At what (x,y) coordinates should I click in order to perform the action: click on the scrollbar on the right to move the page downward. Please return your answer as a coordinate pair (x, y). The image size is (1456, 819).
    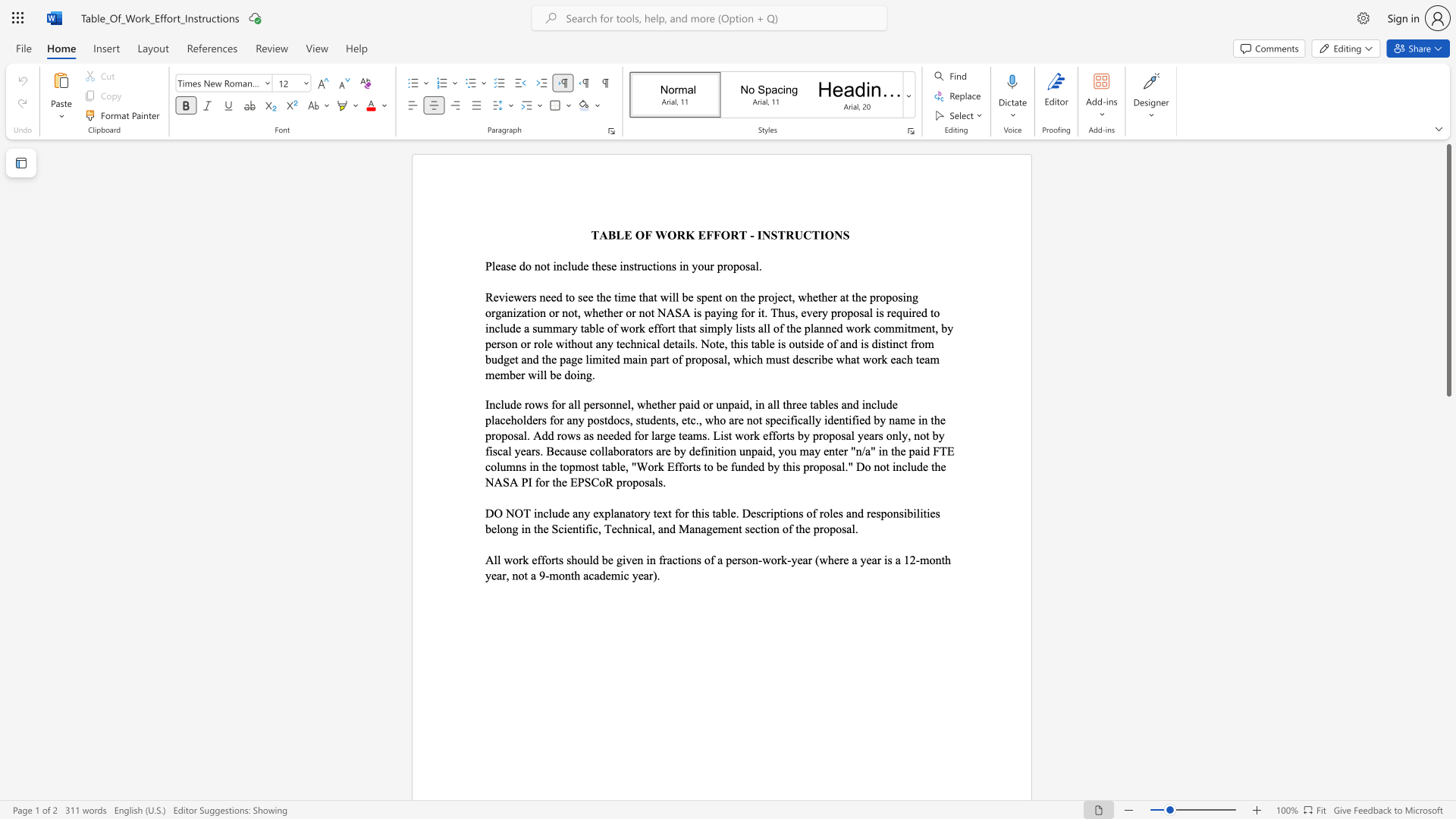
    Looking at the image, I should click on (1448, 583).